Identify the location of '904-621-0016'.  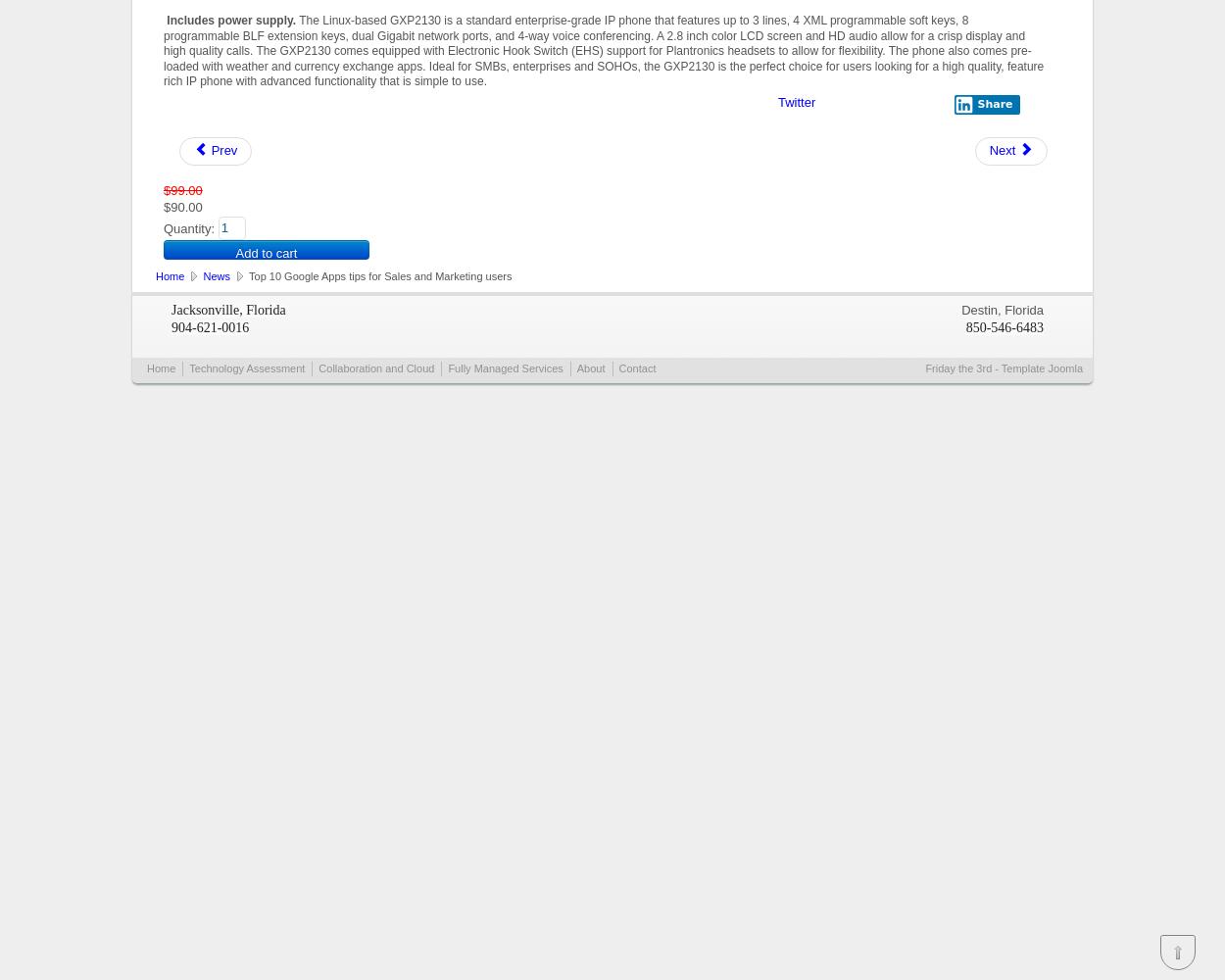
(209, 326).